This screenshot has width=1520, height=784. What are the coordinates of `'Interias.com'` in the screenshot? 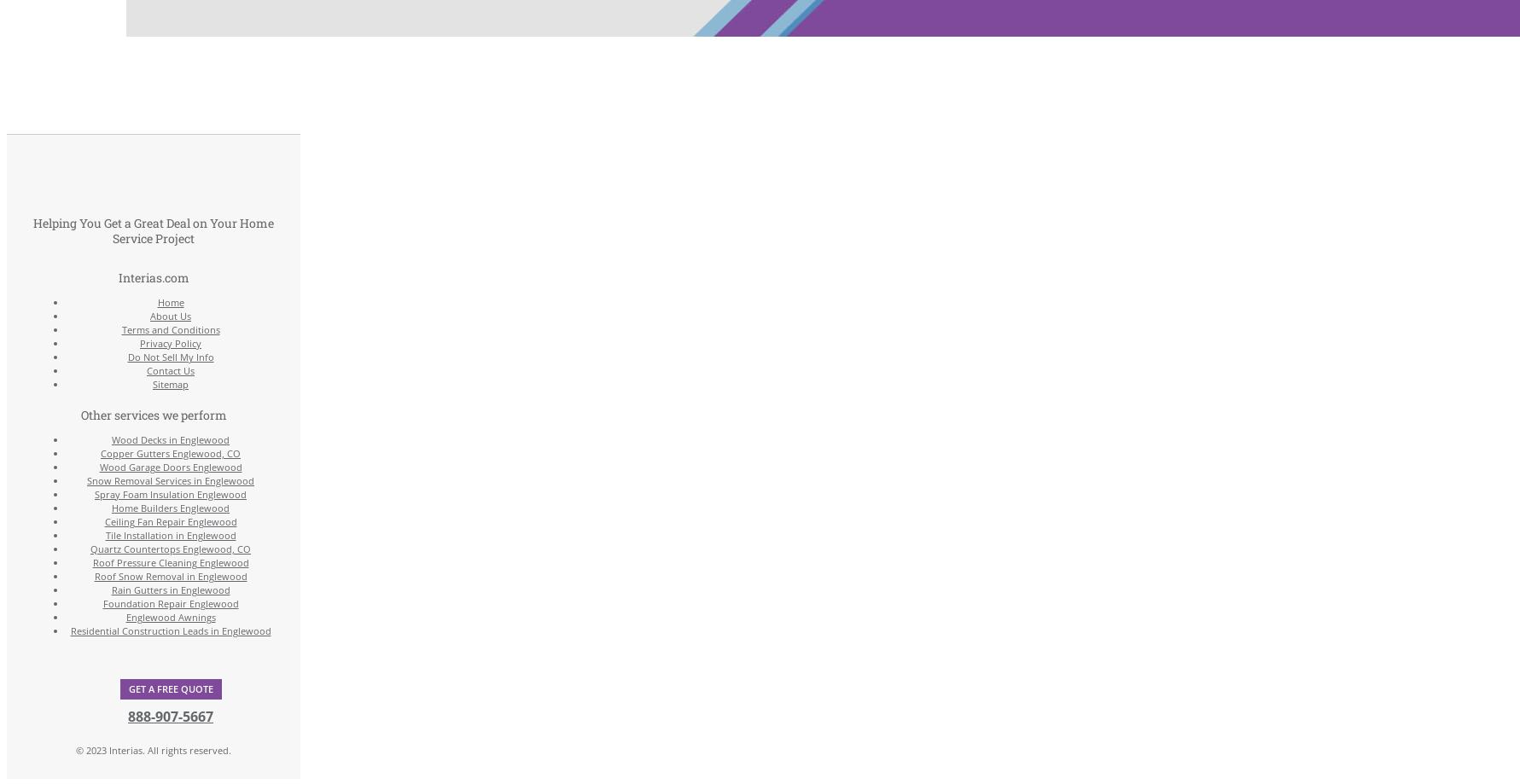 It's located at (117, 276).